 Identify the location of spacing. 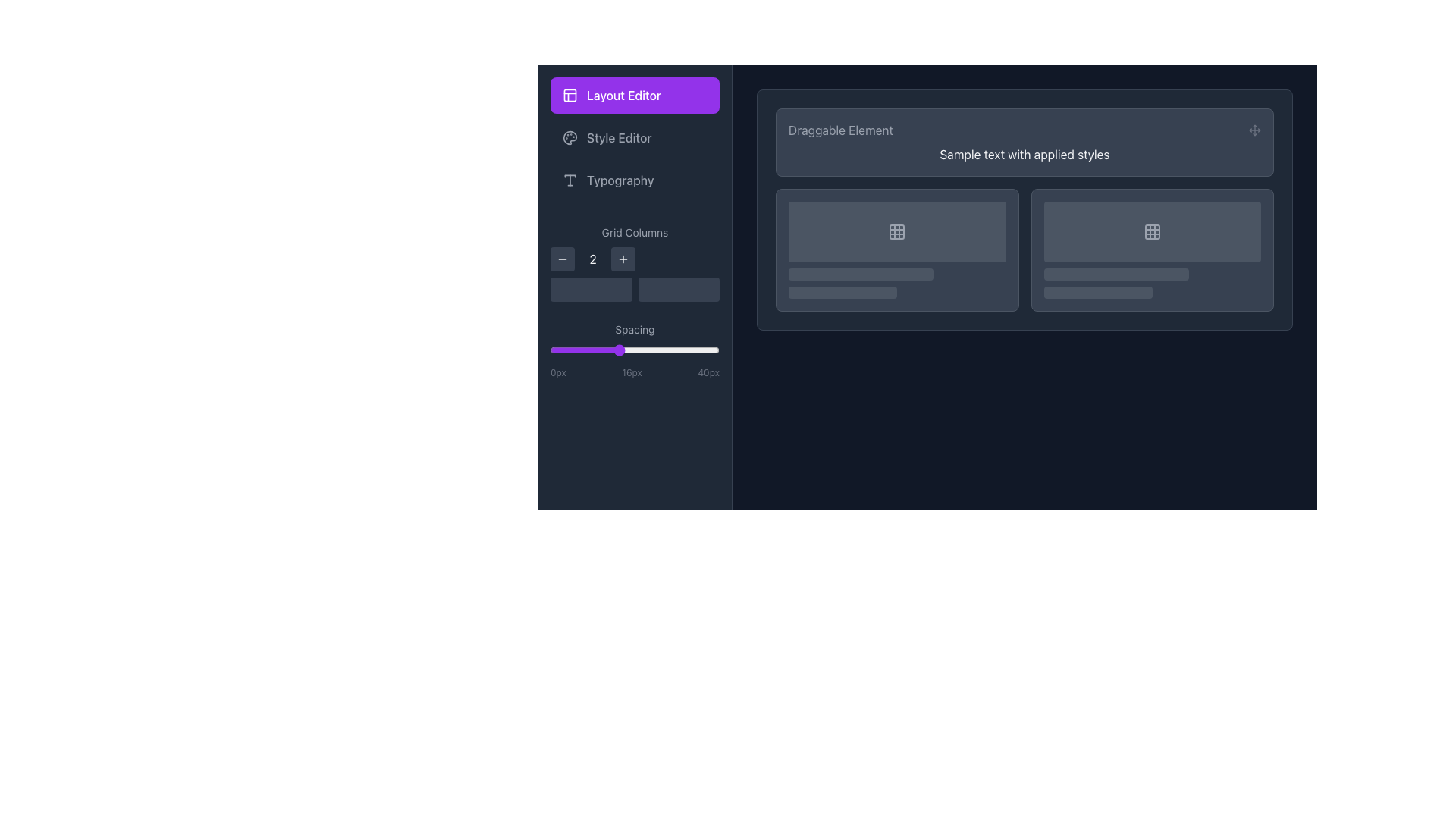
(554, 350).